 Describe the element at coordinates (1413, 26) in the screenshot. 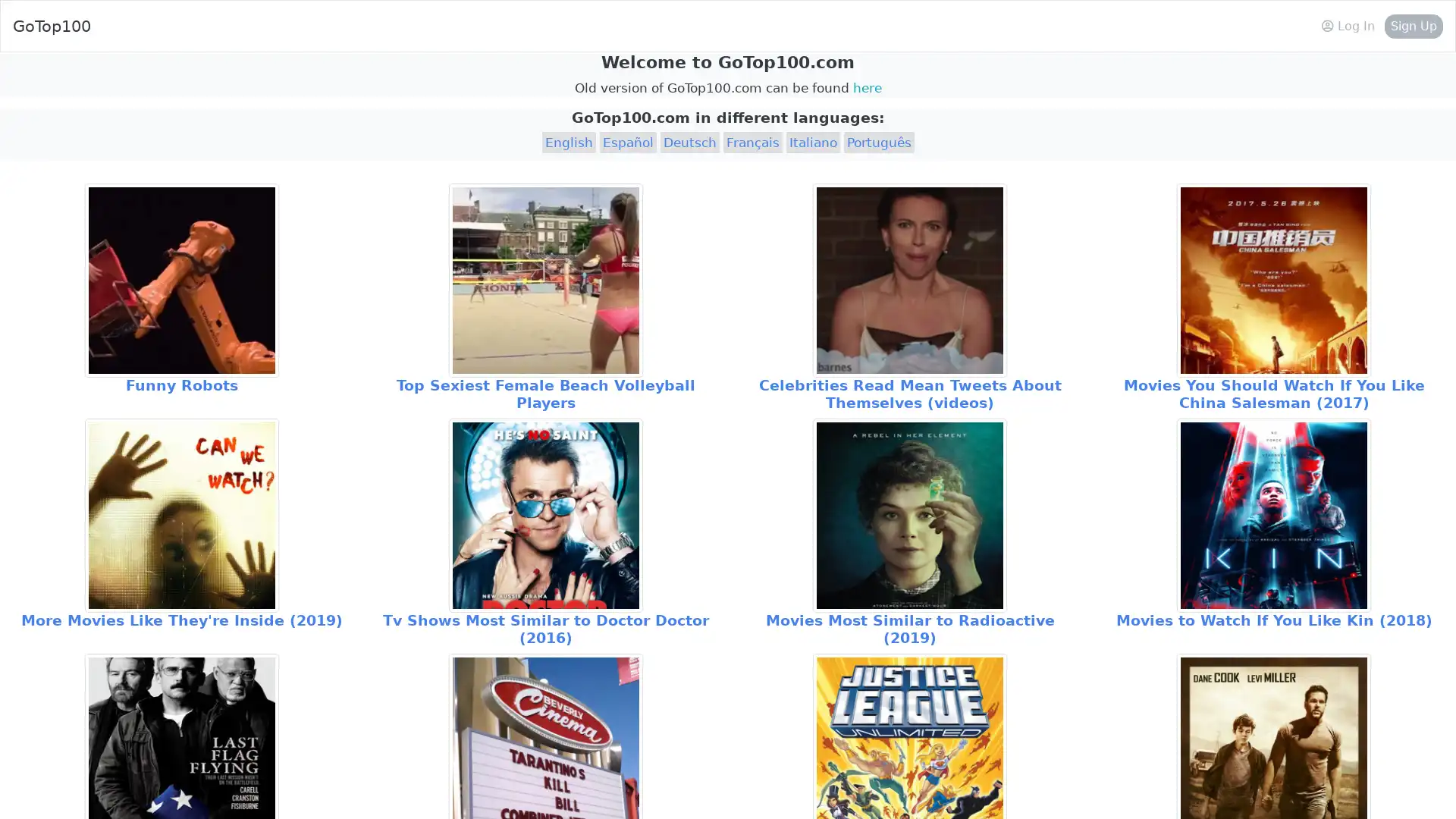

I see `Sign Up` at that location.